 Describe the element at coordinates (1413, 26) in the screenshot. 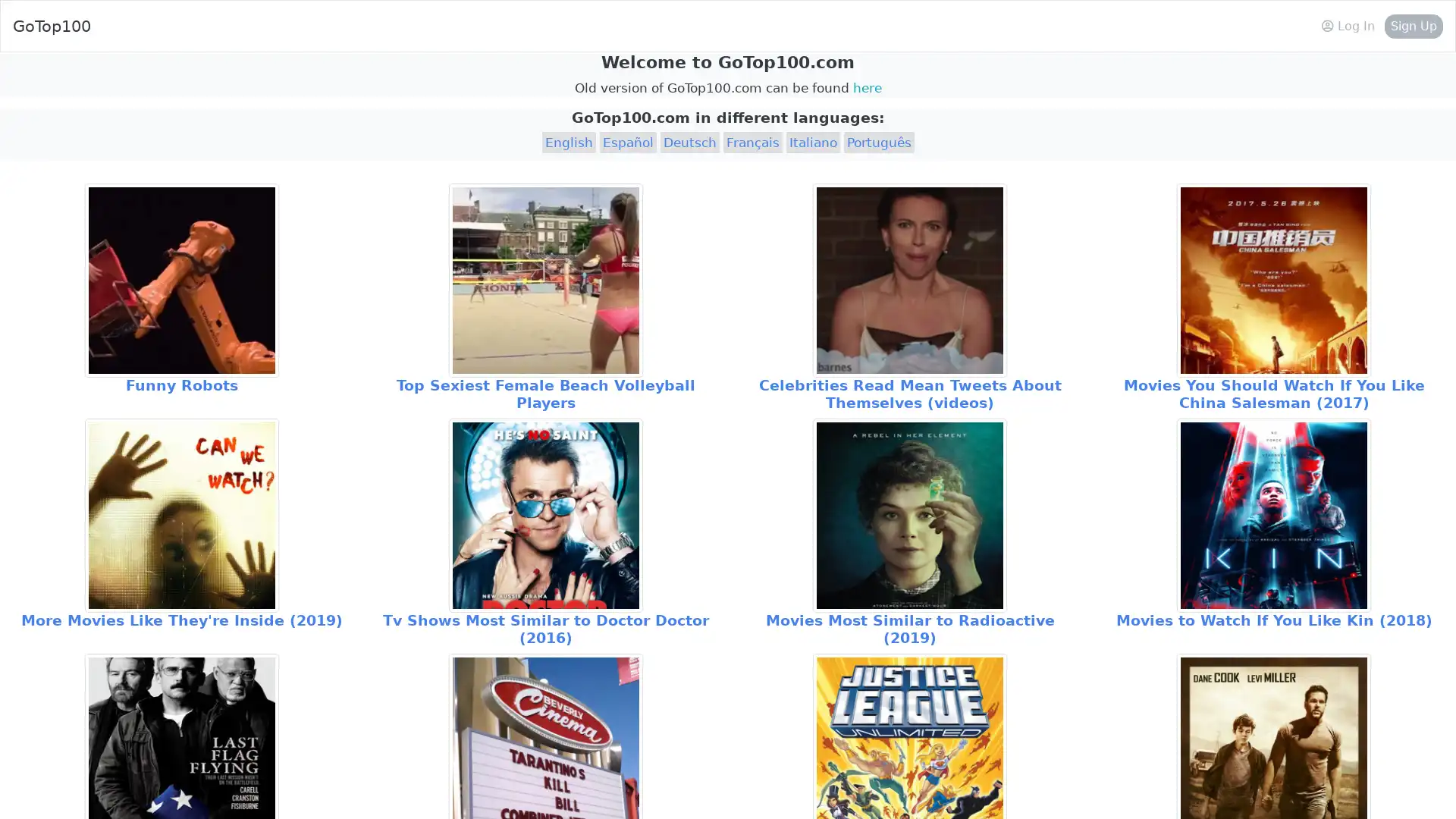

I see `Sign Up` at that location.